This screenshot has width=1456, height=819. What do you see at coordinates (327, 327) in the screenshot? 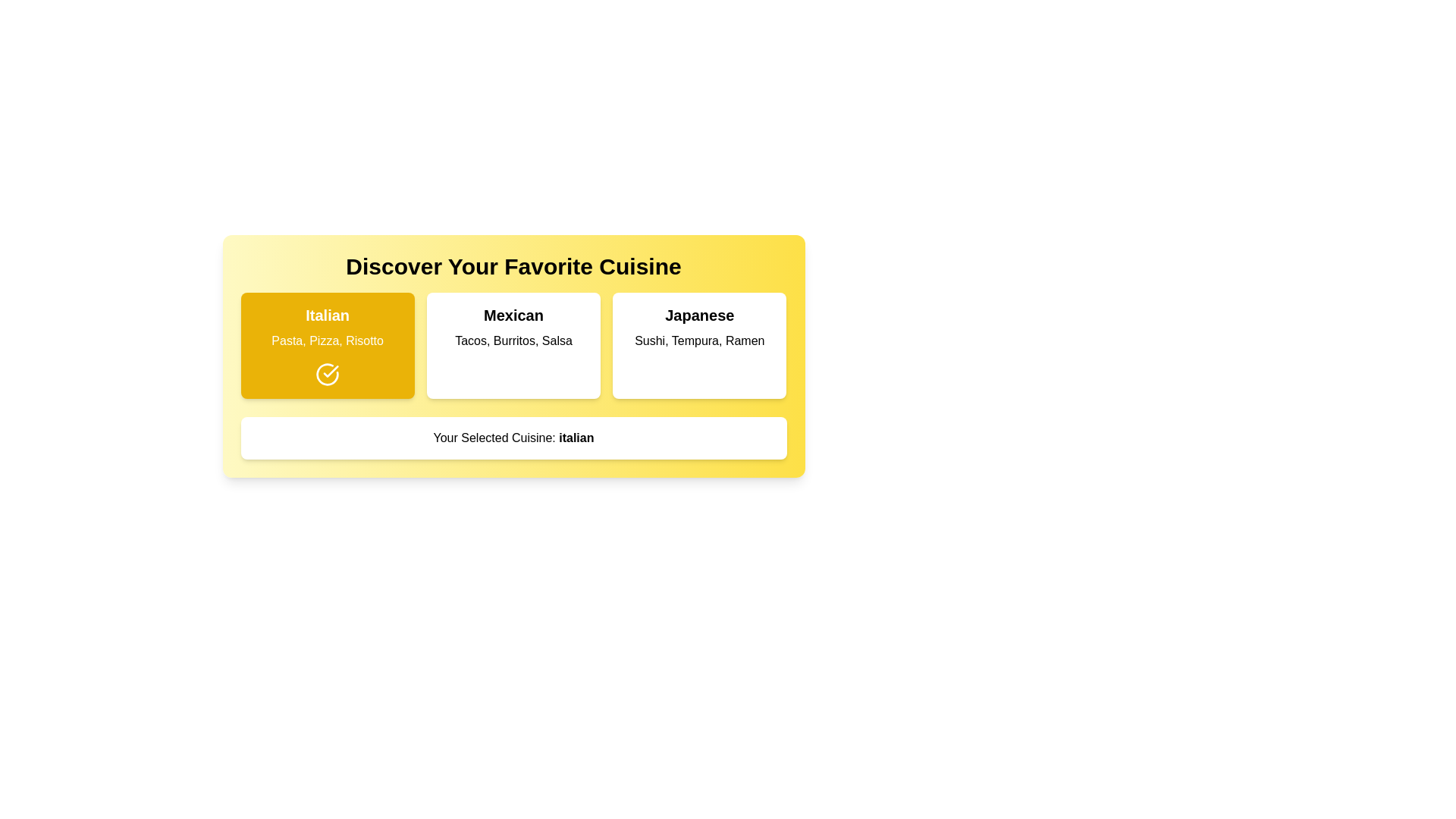
I see `contents of the Text Label displaying the cuisine type 'Italian' and associated dishes 'Pasta, Pizza, Risotto' at the top center of the yellow card` at bounding box center [327, 327].